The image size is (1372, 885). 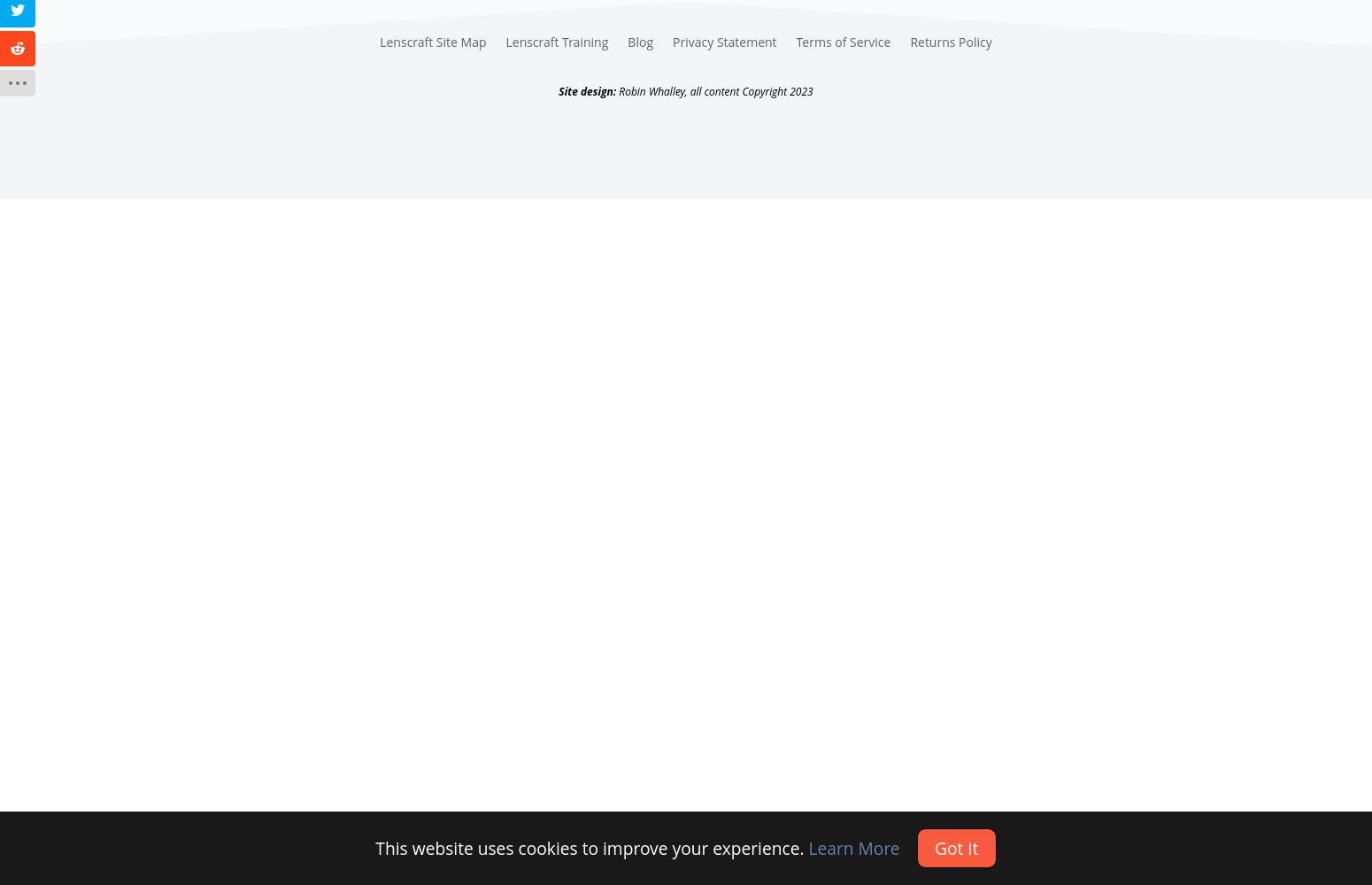 I want to click on 'Privacy Statement', so click(x=723, y=42).